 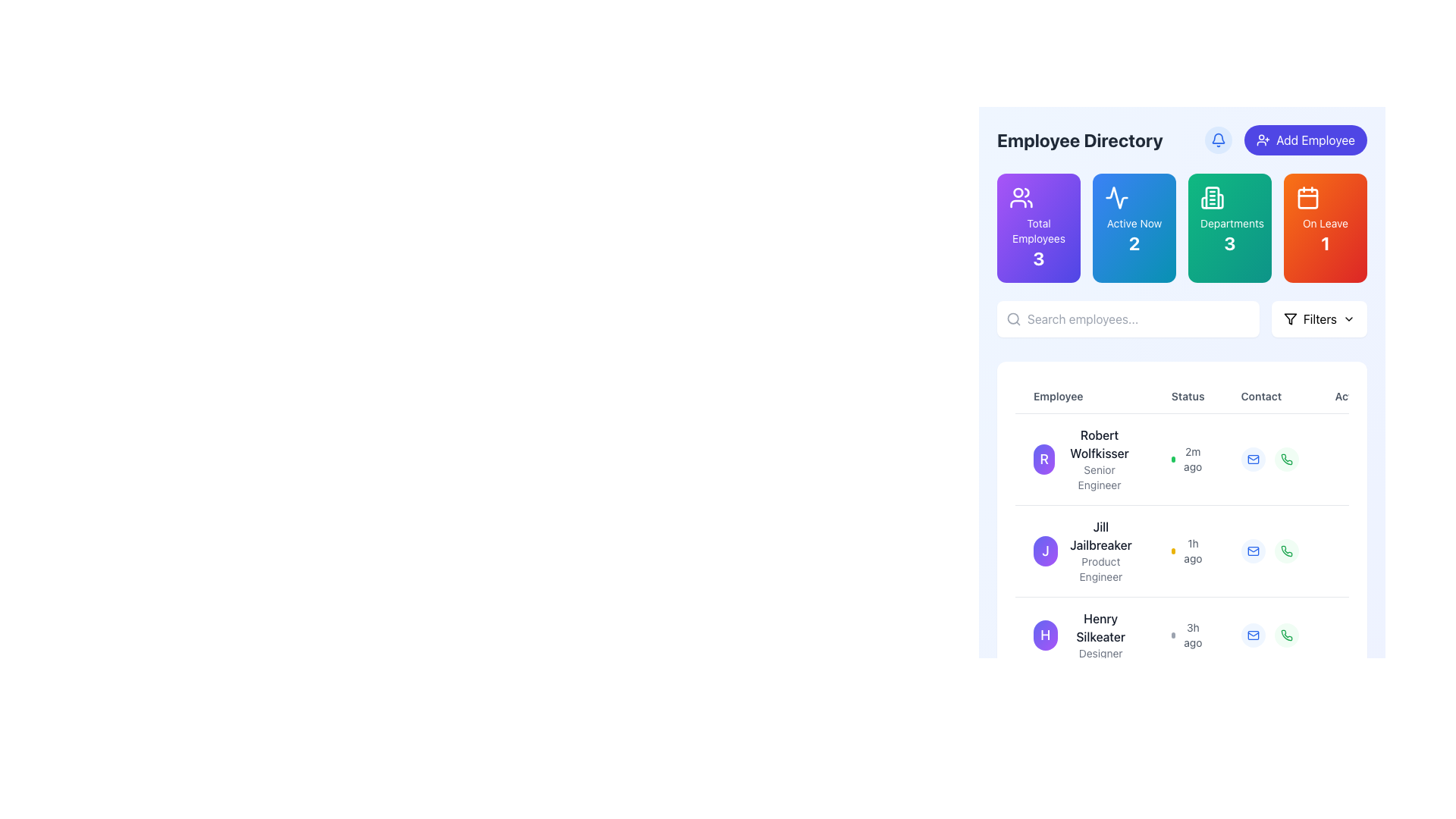 I want to click on the name 'Robert Wolfkisser' in the Profile Summary Block, so click(x=1083, y=458).